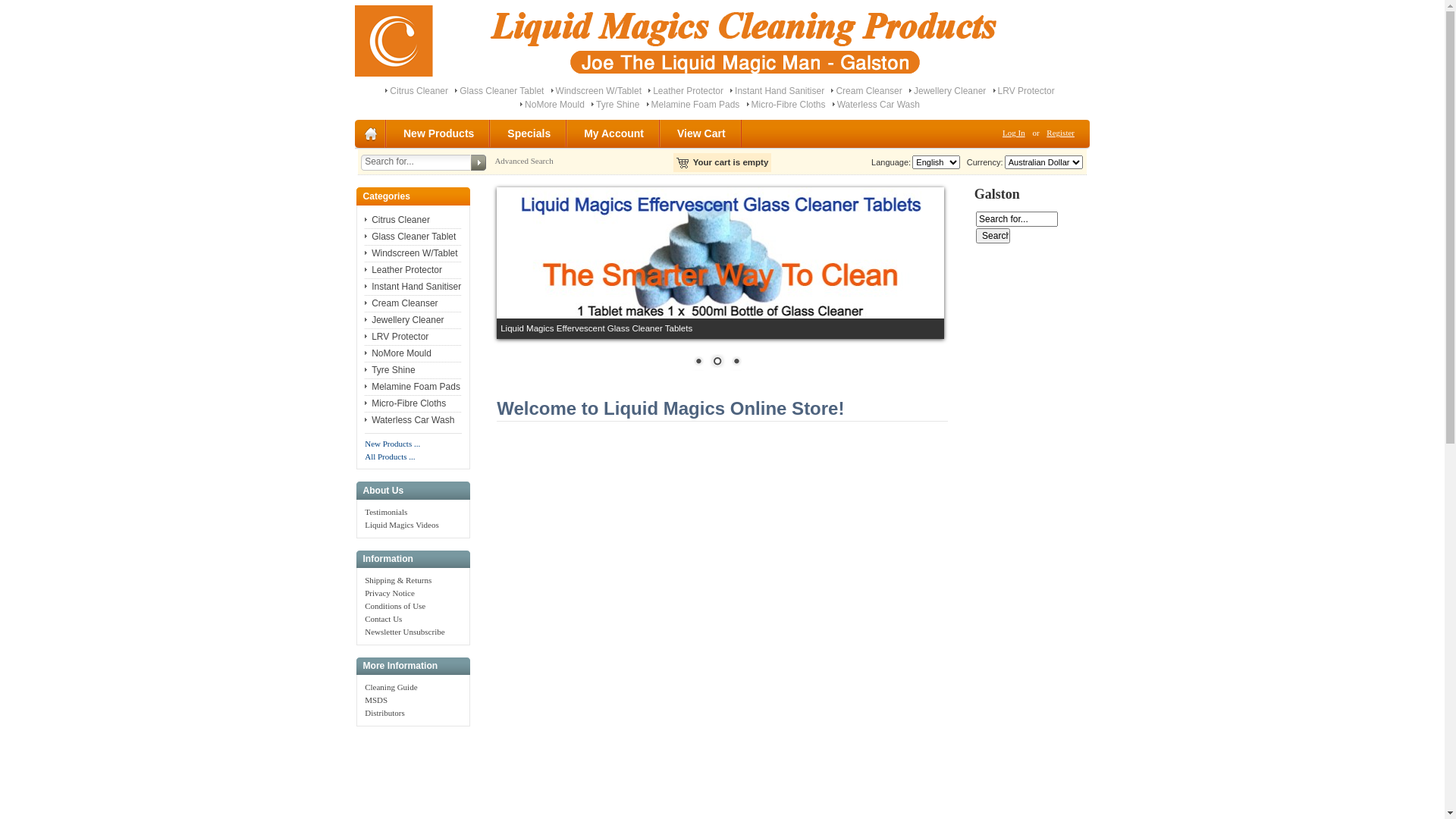 Image resolution: width=1456 pixels, height=819 pixels. I want to click on 'Micro-Fibre Cloths', so click(405, 403).